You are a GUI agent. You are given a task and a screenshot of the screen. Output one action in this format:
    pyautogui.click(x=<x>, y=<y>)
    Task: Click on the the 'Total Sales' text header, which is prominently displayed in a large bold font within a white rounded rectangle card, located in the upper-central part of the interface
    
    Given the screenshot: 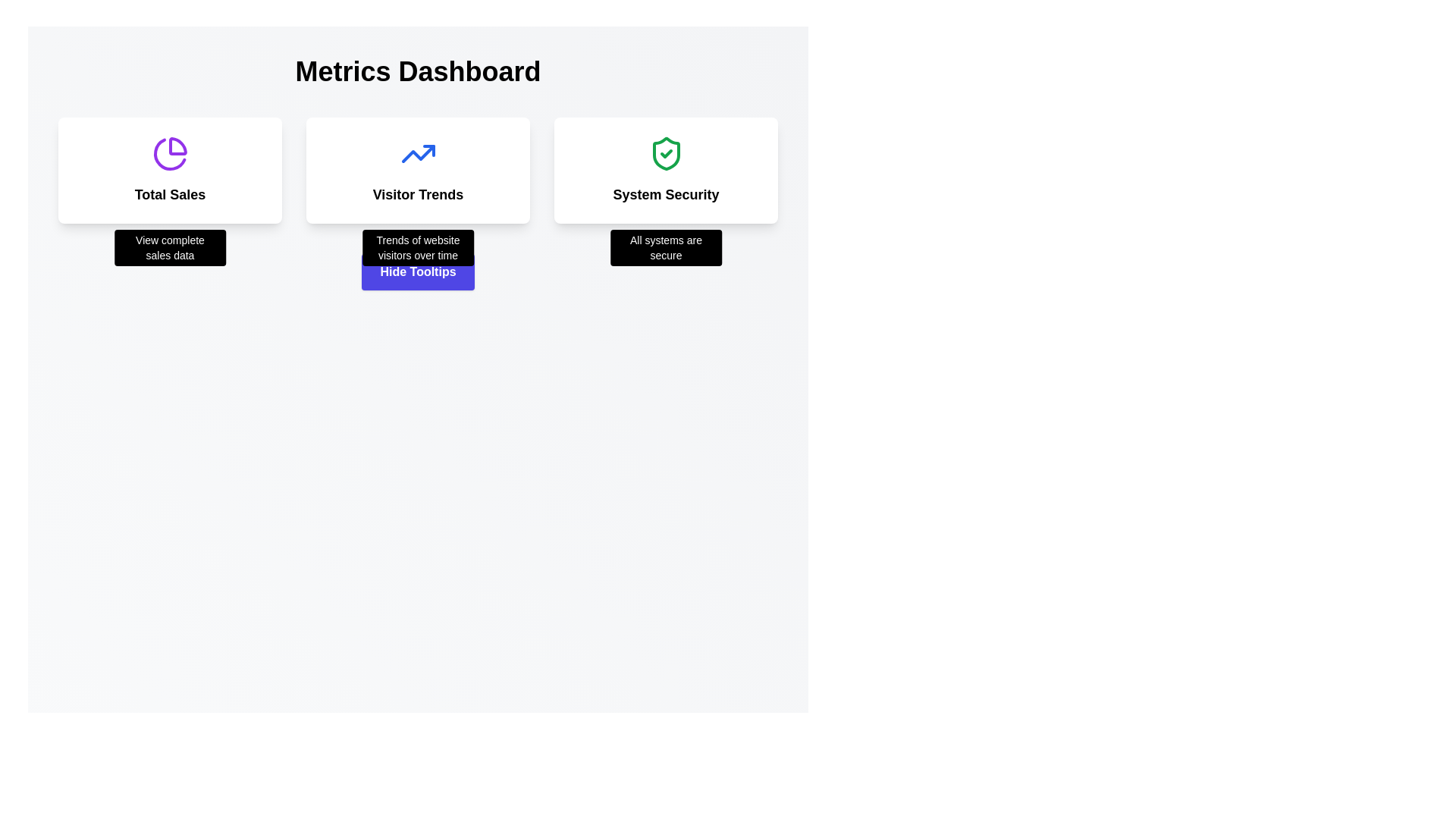 What is the action you would take?
    pyautogui.click(x=170, y=194)
    